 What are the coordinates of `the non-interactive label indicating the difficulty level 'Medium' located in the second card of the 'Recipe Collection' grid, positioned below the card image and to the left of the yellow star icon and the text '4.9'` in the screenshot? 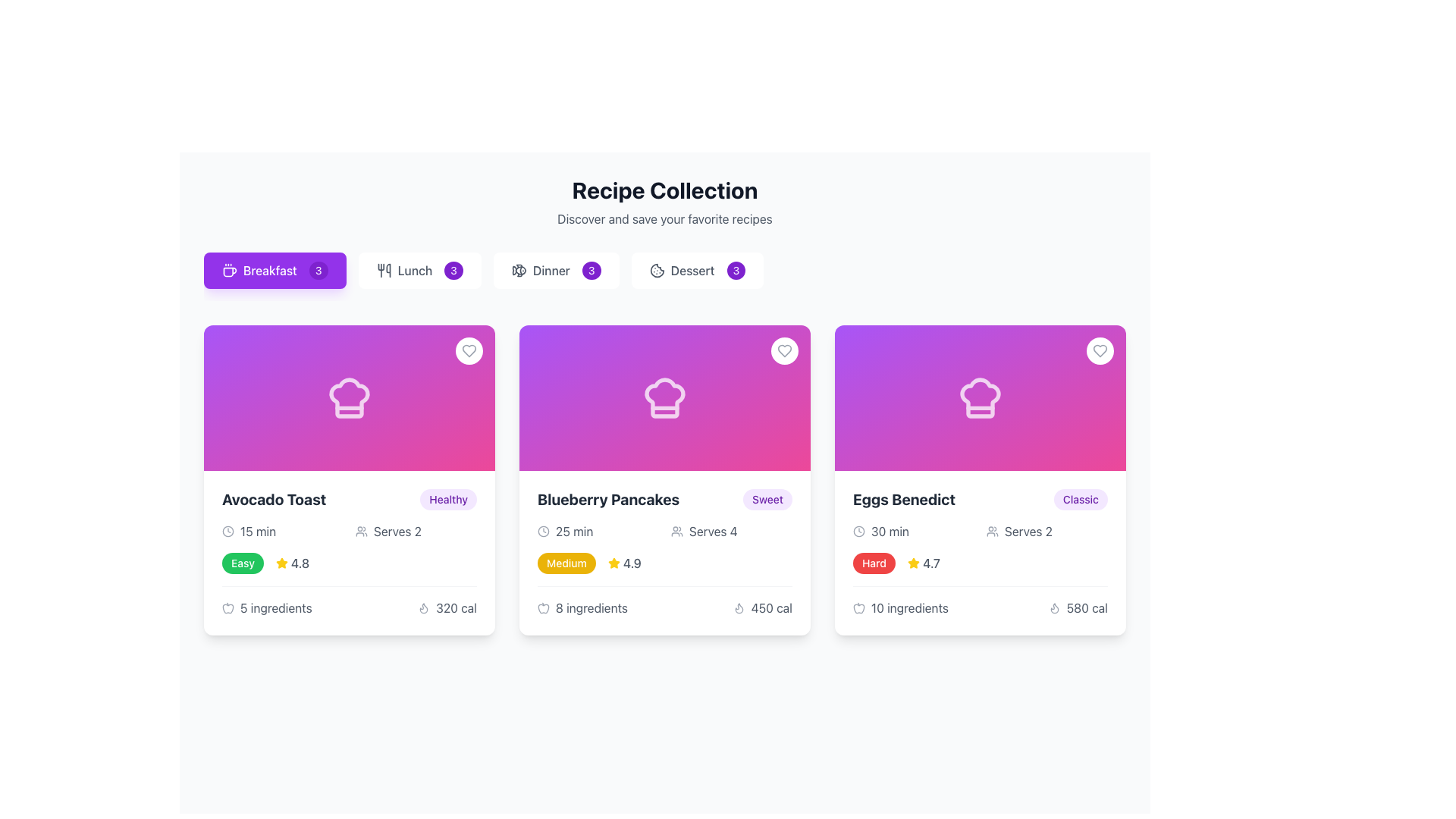 It's located at (566, 563).